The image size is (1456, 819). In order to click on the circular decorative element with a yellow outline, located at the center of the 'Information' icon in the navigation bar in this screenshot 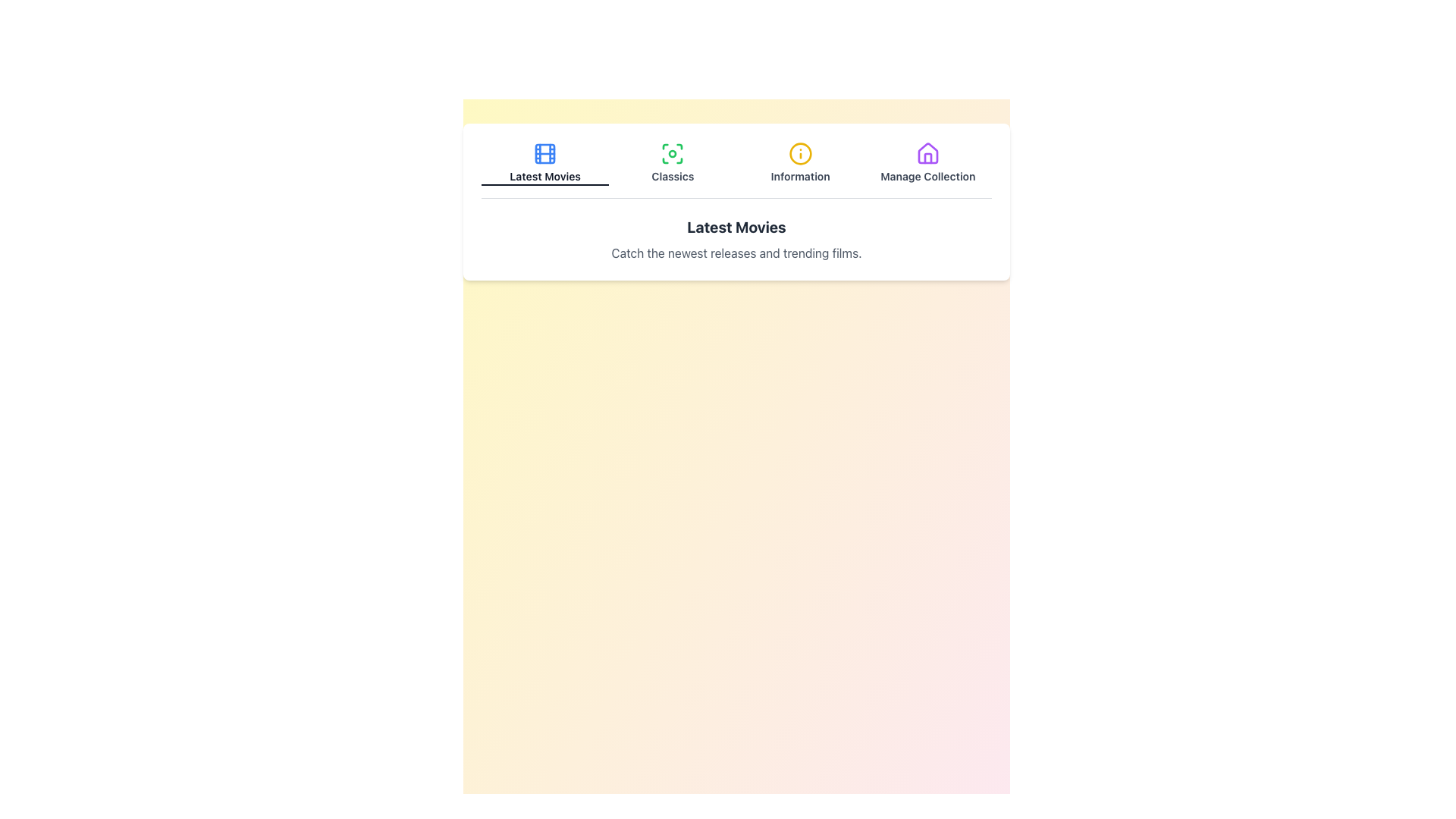, I will do `click(799, 154)`.